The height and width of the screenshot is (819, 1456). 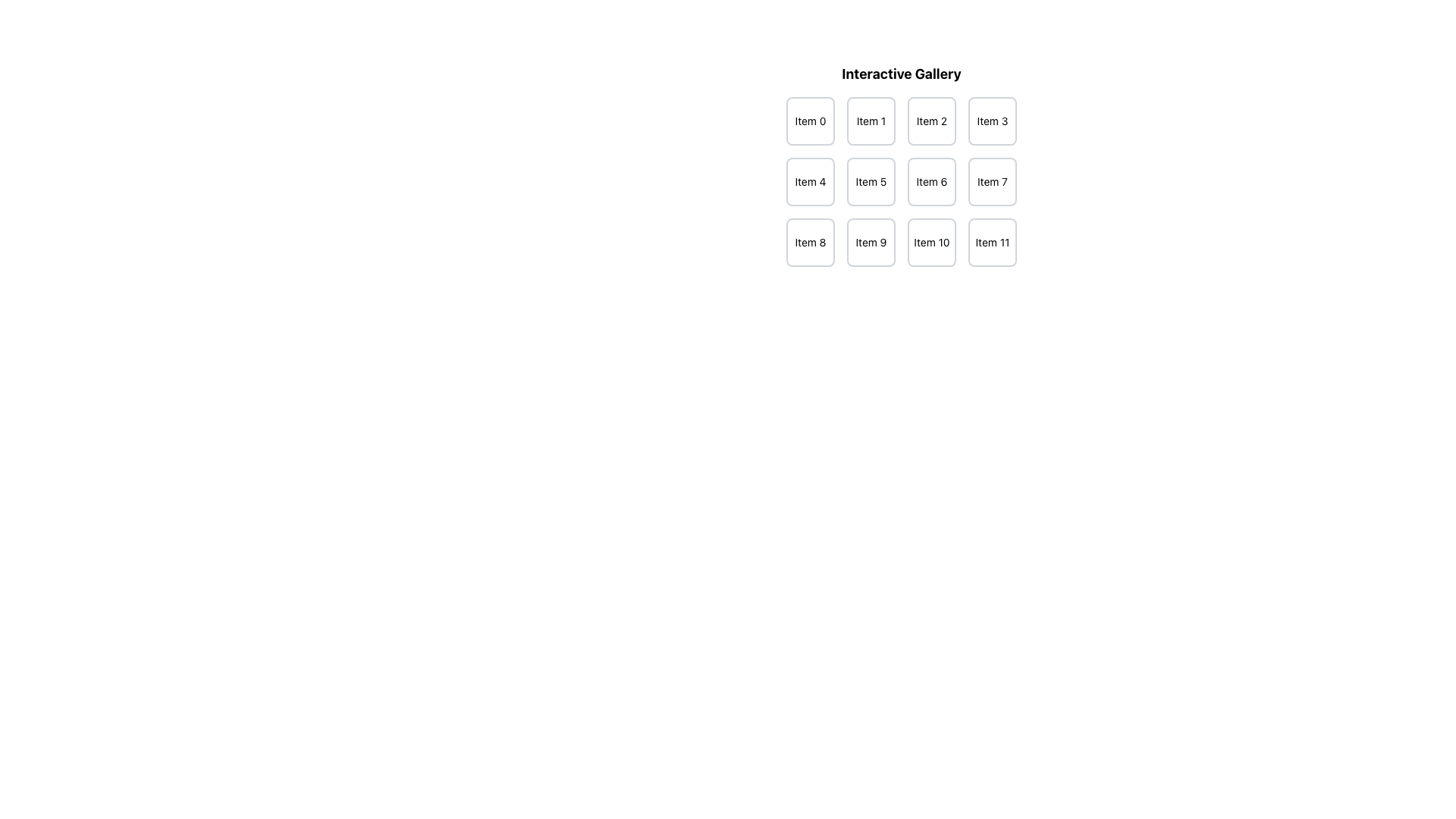 I want to click on the Text Label displaying 'Item 1' in the grid layout, which is located in the second slot of the top row, adjacent to 'Item 0' and 'Item 2', so click(x=871, y=120).